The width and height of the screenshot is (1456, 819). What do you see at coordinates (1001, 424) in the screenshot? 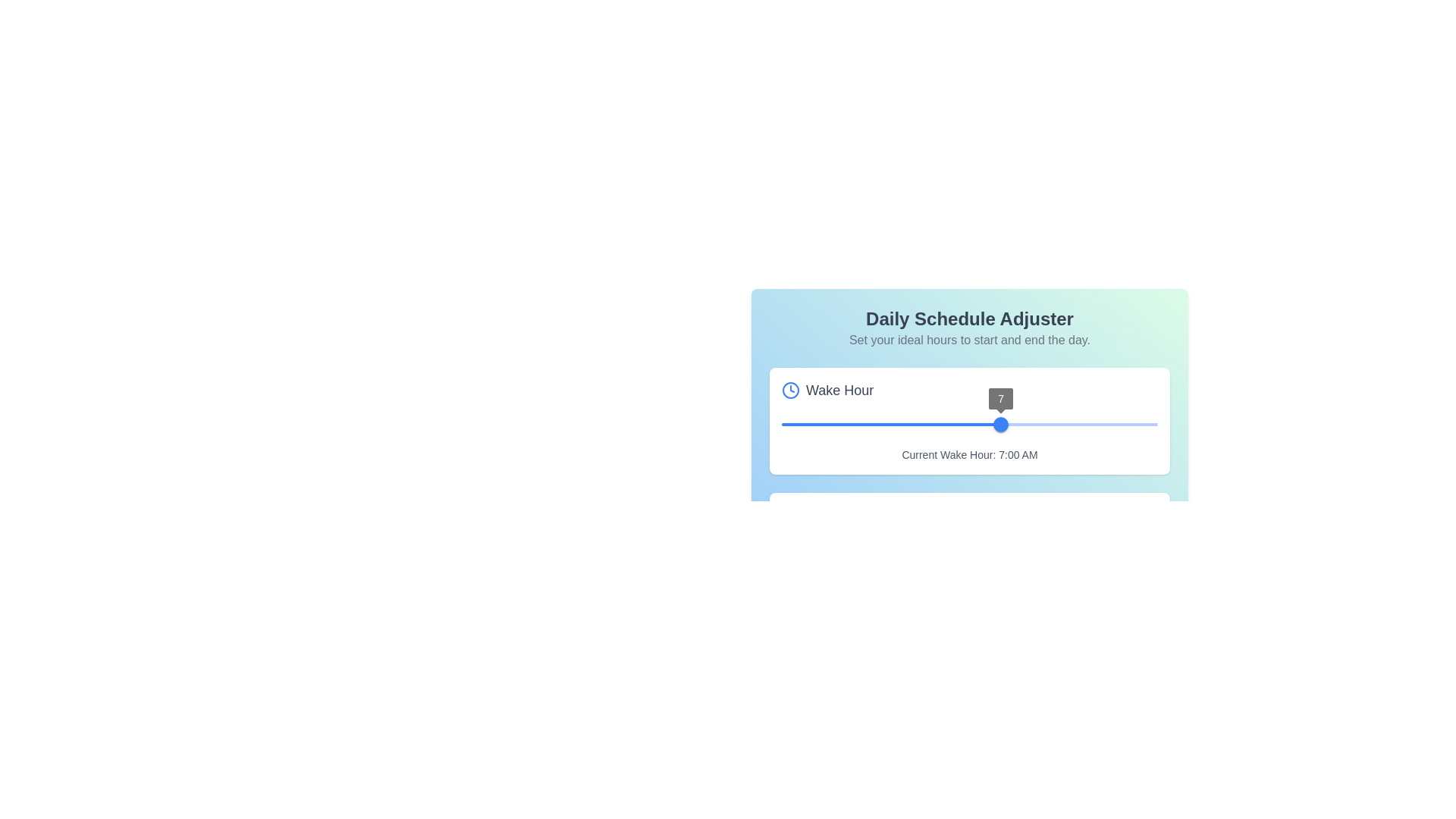
I see `the blue circular slider knob displaying the value '7'` at bounding box center [1001, 424].